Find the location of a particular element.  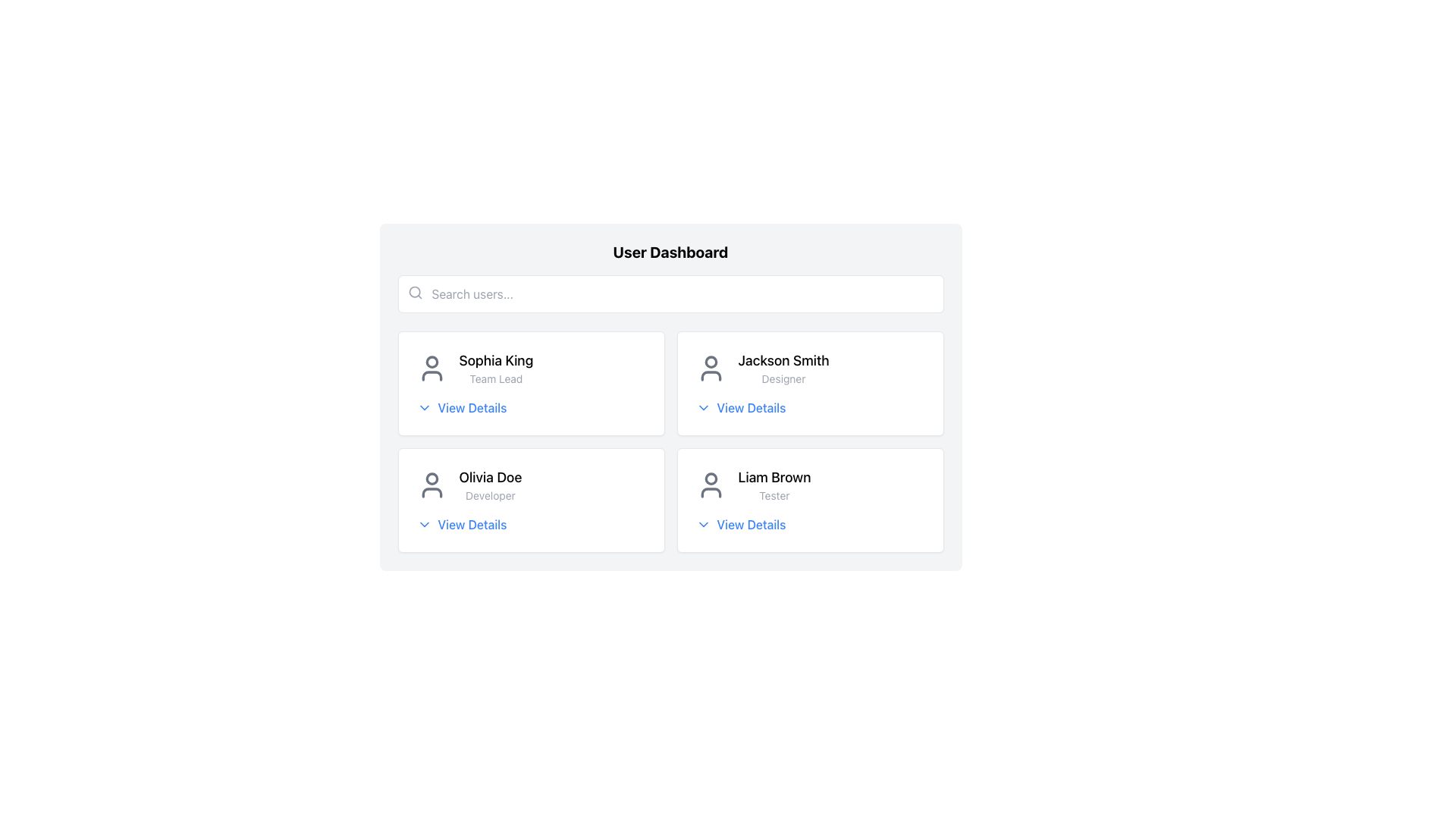

the text-based link button located below 'Sophia King Team Lead' in the first user information card of the User Dashboard is located at coordinates (461, 406).